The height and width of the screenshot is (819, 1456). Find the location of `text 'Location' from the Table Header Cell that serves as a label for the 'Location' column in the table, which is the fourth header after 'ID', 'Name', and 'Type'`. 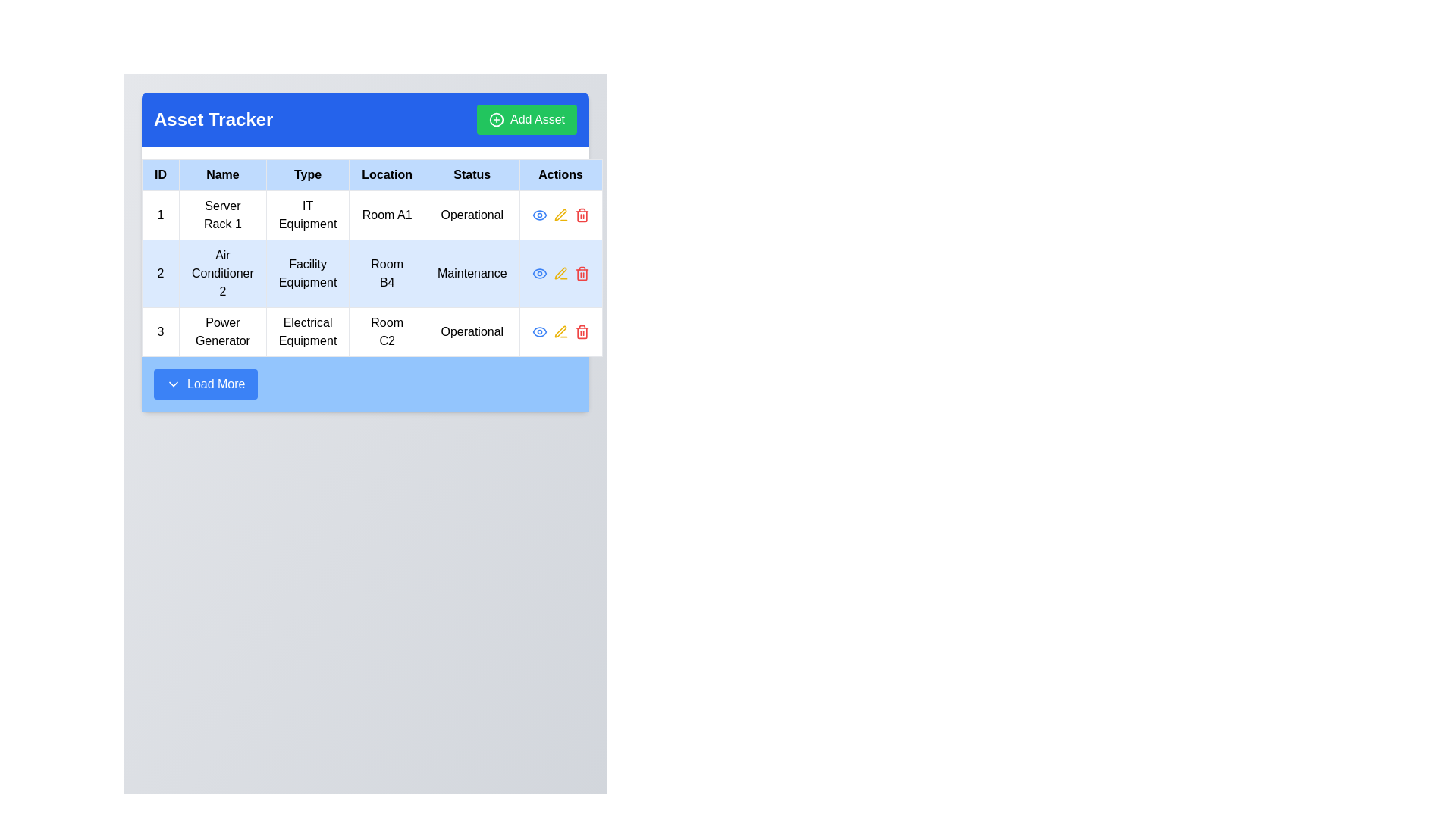

text 'Location' from the Table Header Cell that serves as a label for the 'Location' column in the table, which is the fourth header after 'ID', 'Name', and 'Type' is located at coordinates (387, 174).